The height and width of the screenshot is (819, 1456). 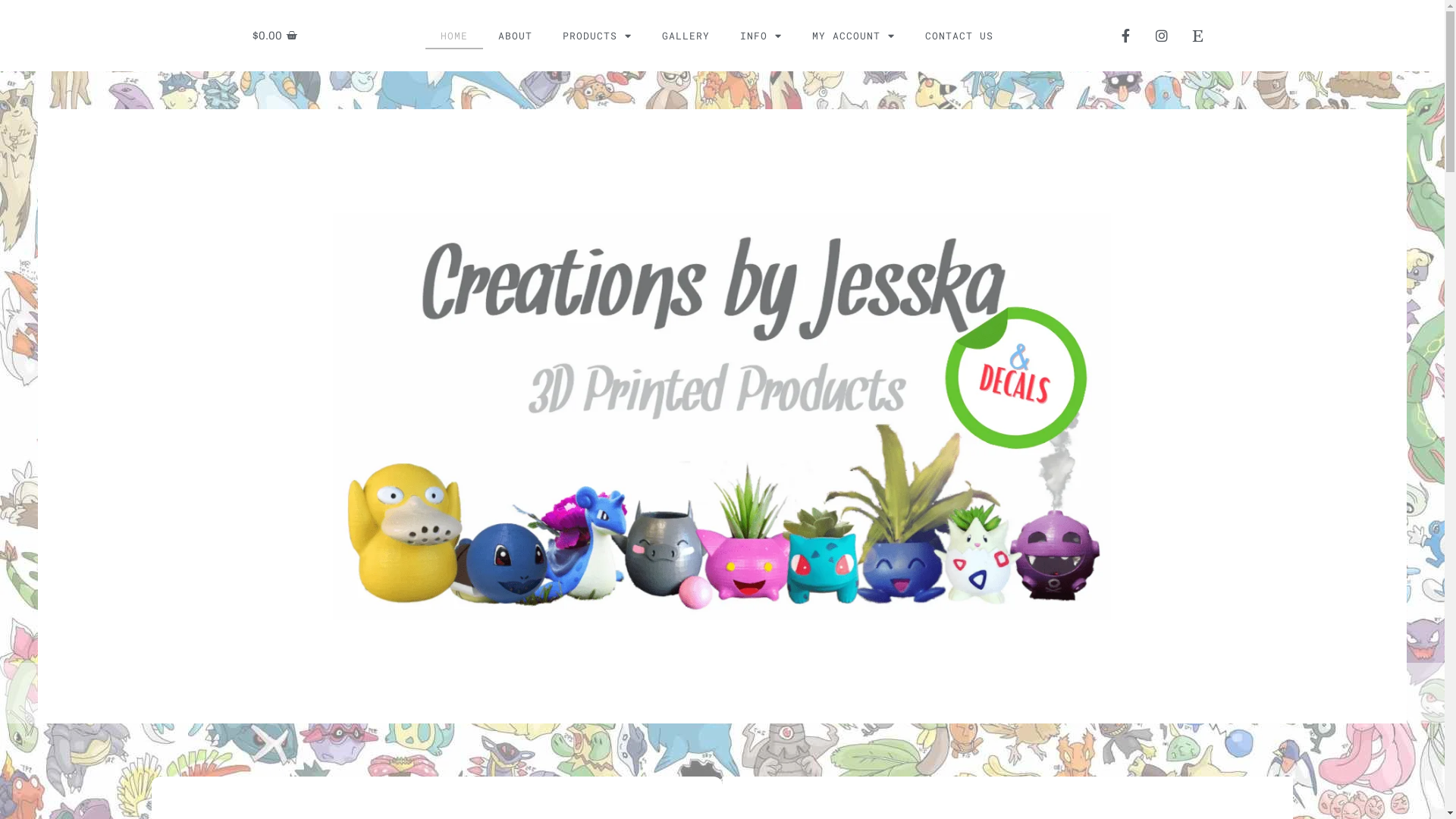 I want to click on 'ABOUT', so click(x=515, y=34).